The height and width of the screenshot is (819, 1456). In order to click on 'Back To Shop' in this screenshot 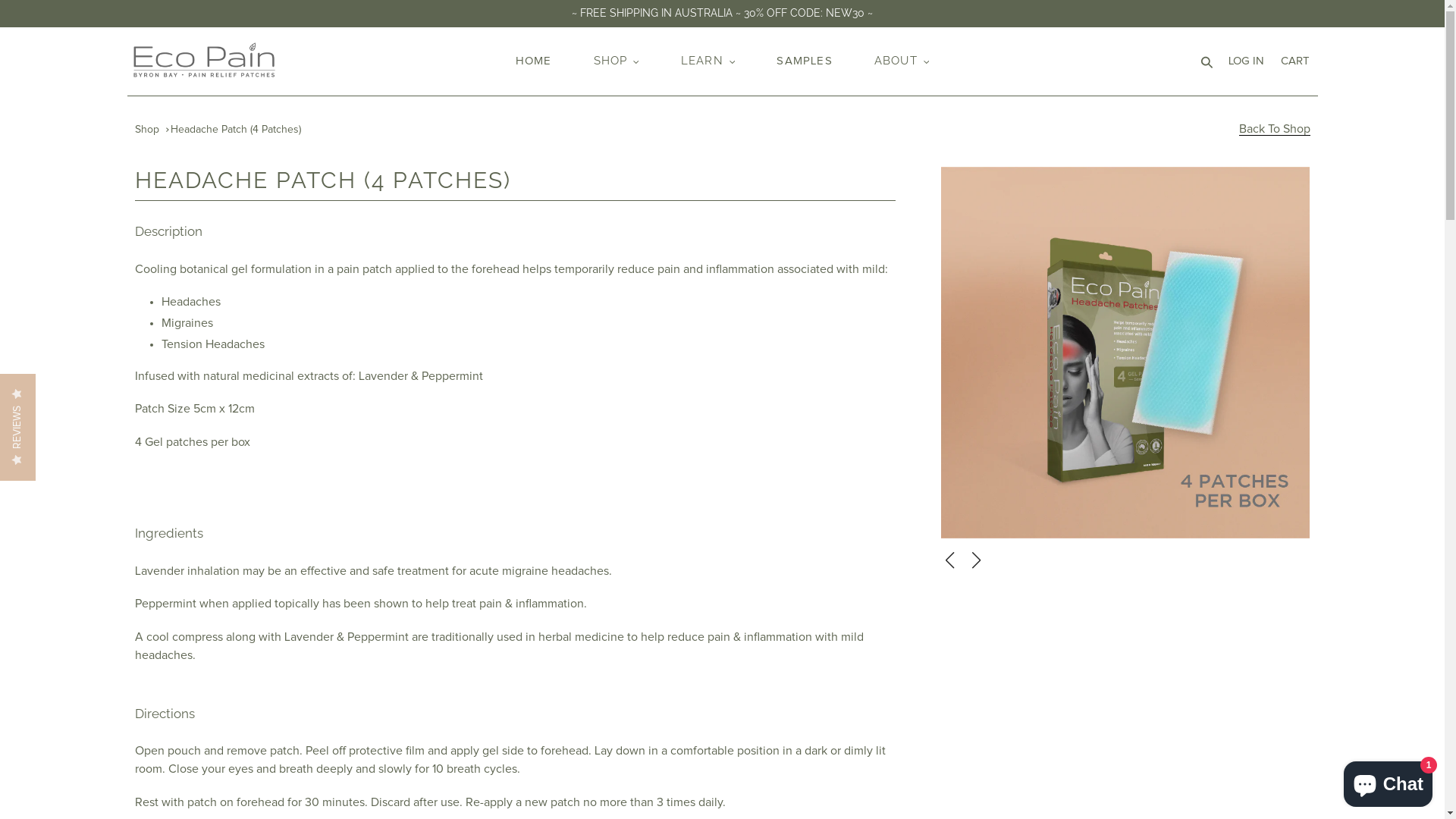, I will do `click(1238, 128)`.